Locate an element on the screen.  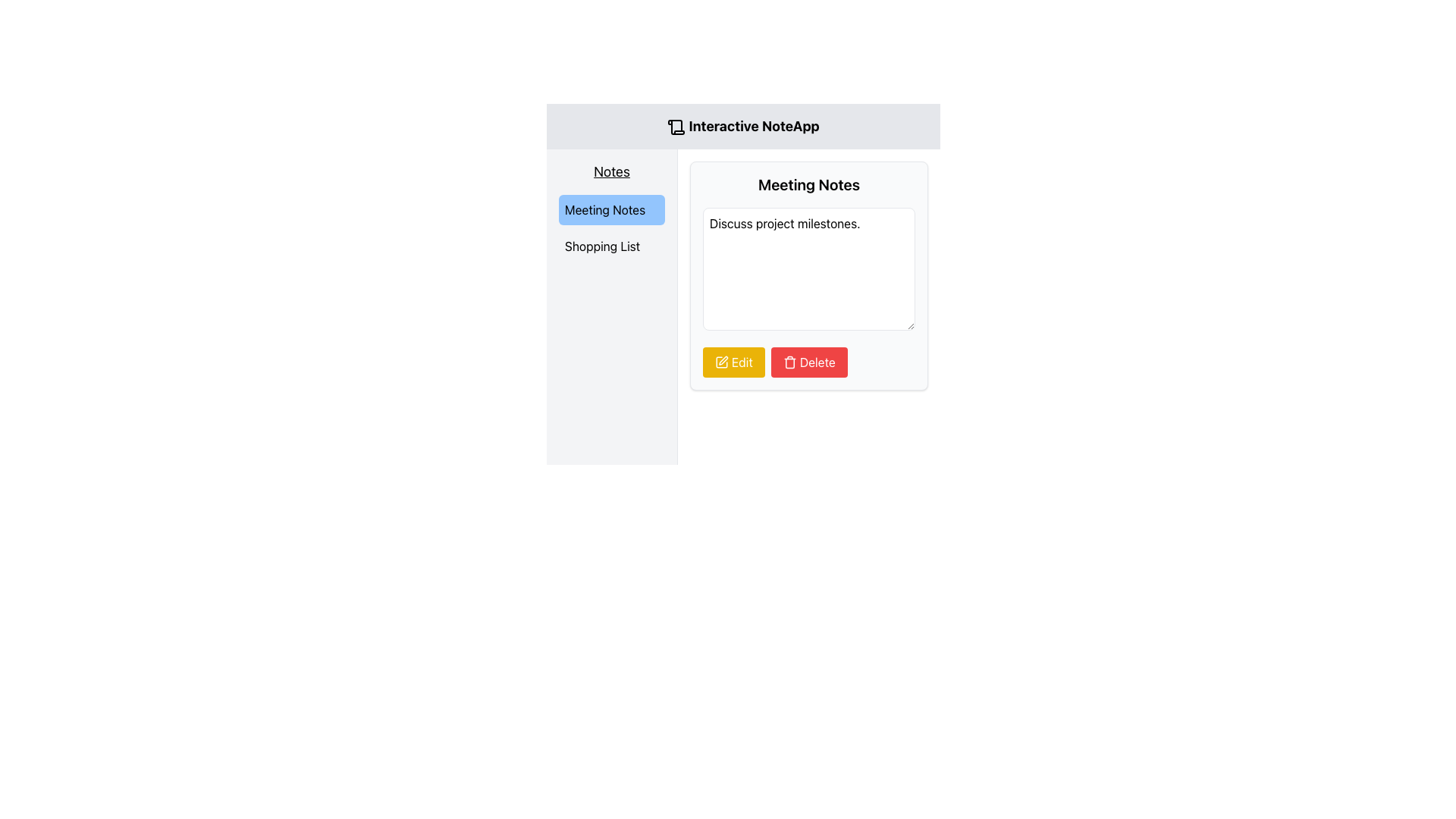
the 'Delete' button with a vibrant red background and white text, located below the 'Meeting Notes' text box, to trigger the visual hover effect is located at coordinates (808, 362).